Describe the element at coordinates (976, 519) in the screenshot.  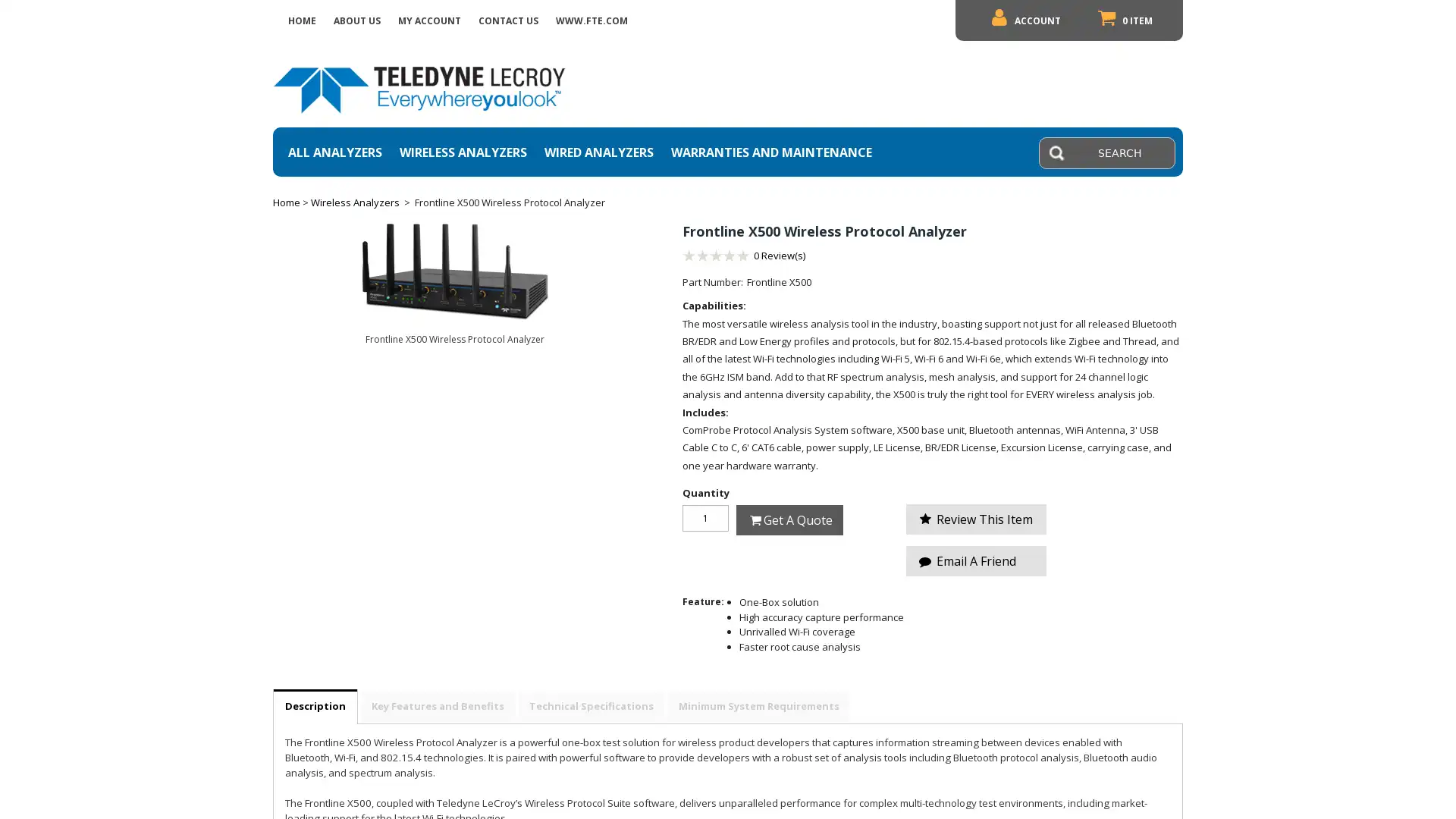
I see `Review This Item` at that location.